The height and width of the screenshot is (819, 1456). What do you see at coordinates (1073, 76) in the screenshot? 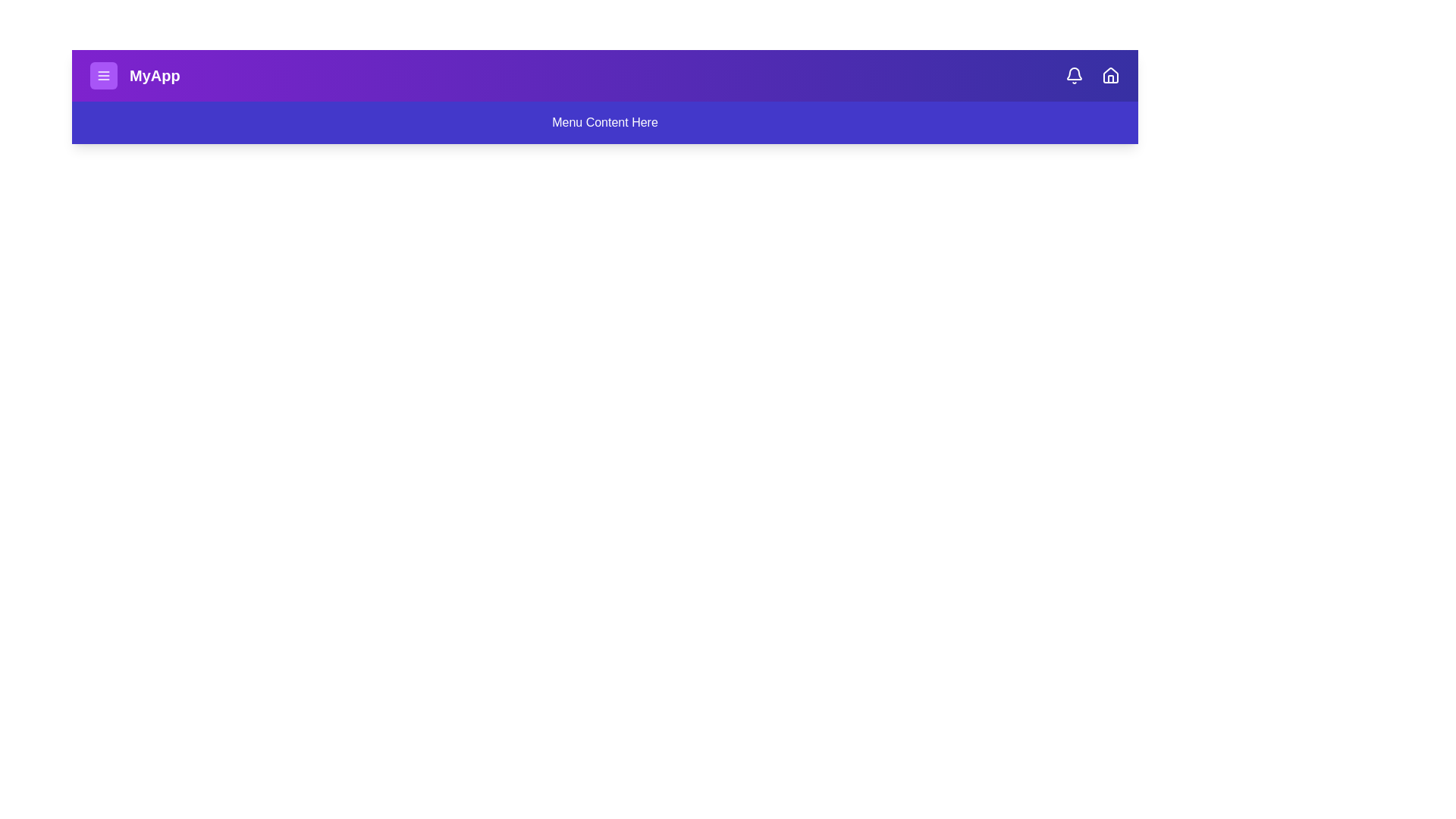
I see `the notification icon to view notifications` at bounding box center [1073, 76].